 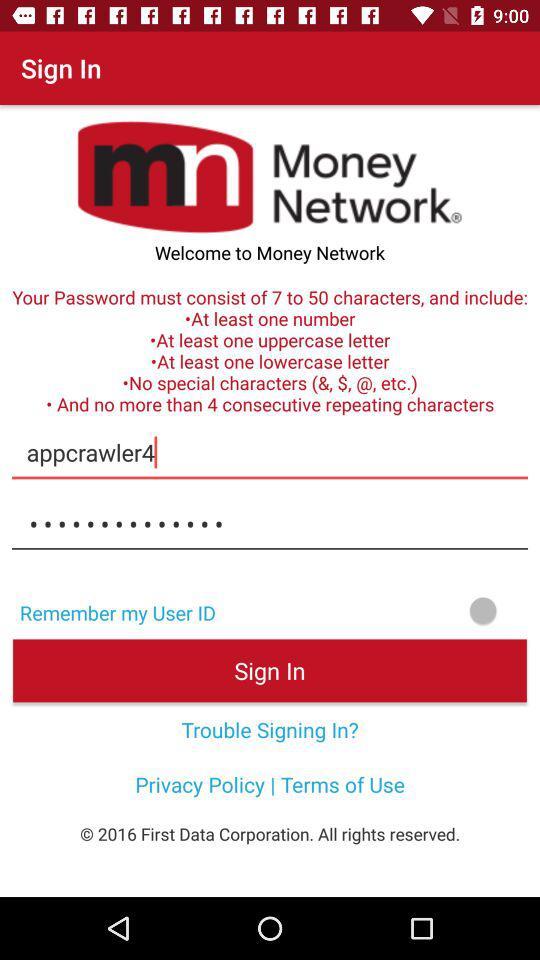 I want to click on the privacy policy terms, so click(x=270, y=784).